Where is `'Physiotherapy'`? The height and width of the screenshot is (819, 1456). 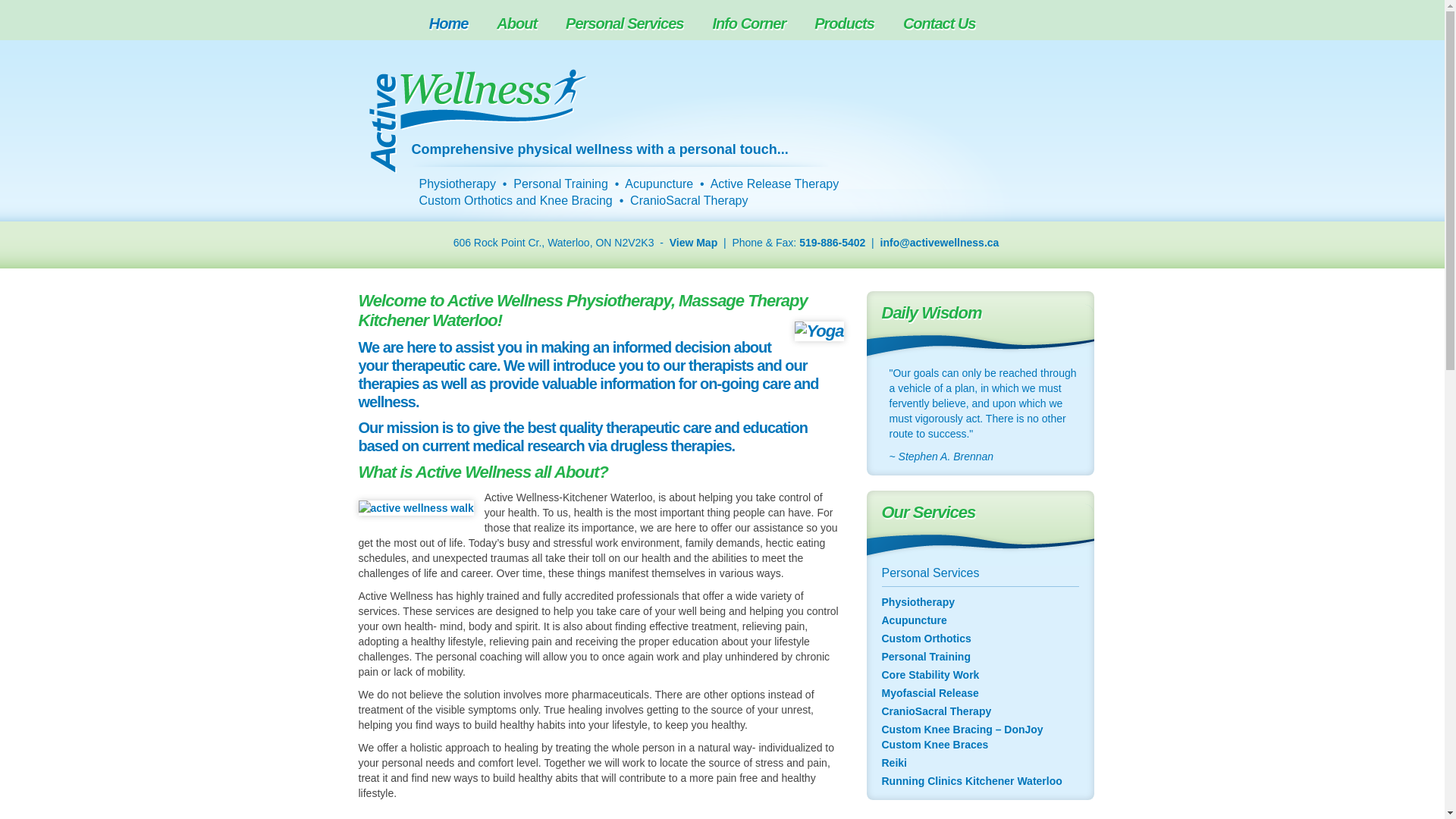
'Physiotherapy' is located at coordinates (880, 601).